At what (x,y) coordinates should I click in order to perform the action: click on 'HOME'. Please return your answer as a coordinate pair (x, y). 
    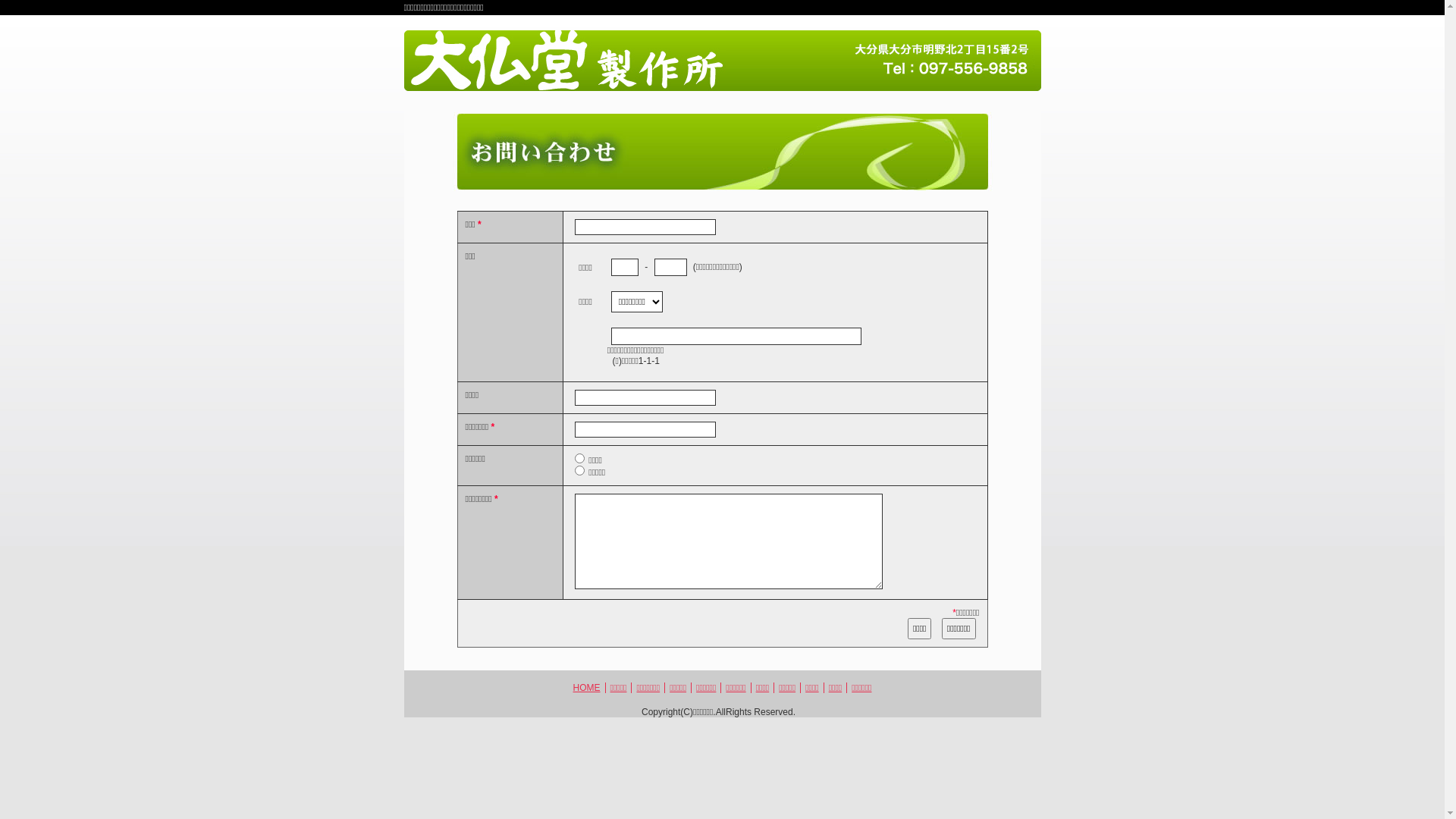
    Looking at the image, I should click on (585, 687).